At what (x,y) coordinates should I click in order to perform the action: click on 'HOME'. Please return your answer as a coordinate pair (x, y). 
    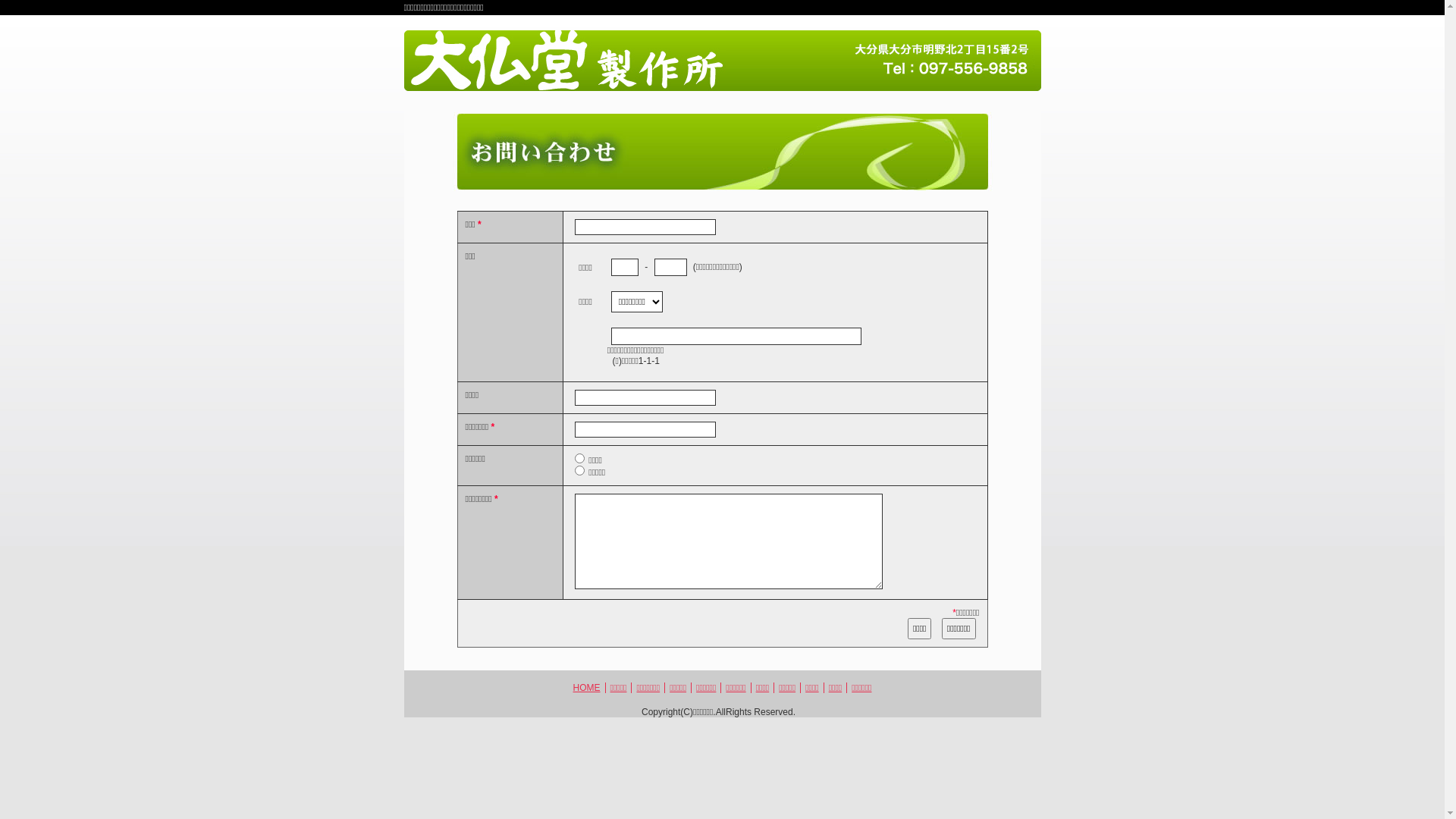
    Looking at the image, I should click on (585, 687).